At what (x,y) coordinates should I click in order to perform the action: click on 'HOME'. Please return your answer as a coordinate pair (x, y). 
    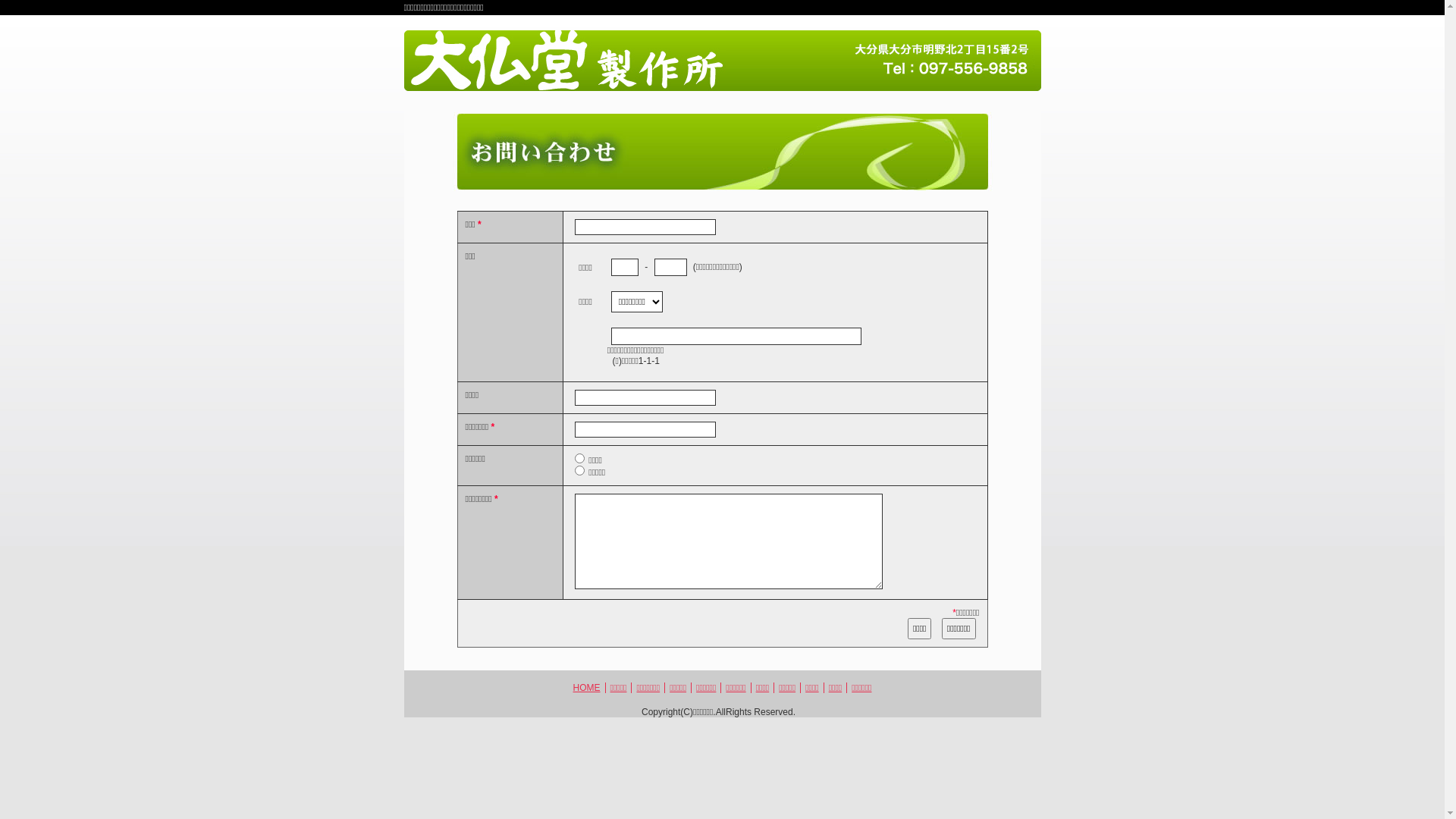
    Looking at the image, I should click on (585, 687).